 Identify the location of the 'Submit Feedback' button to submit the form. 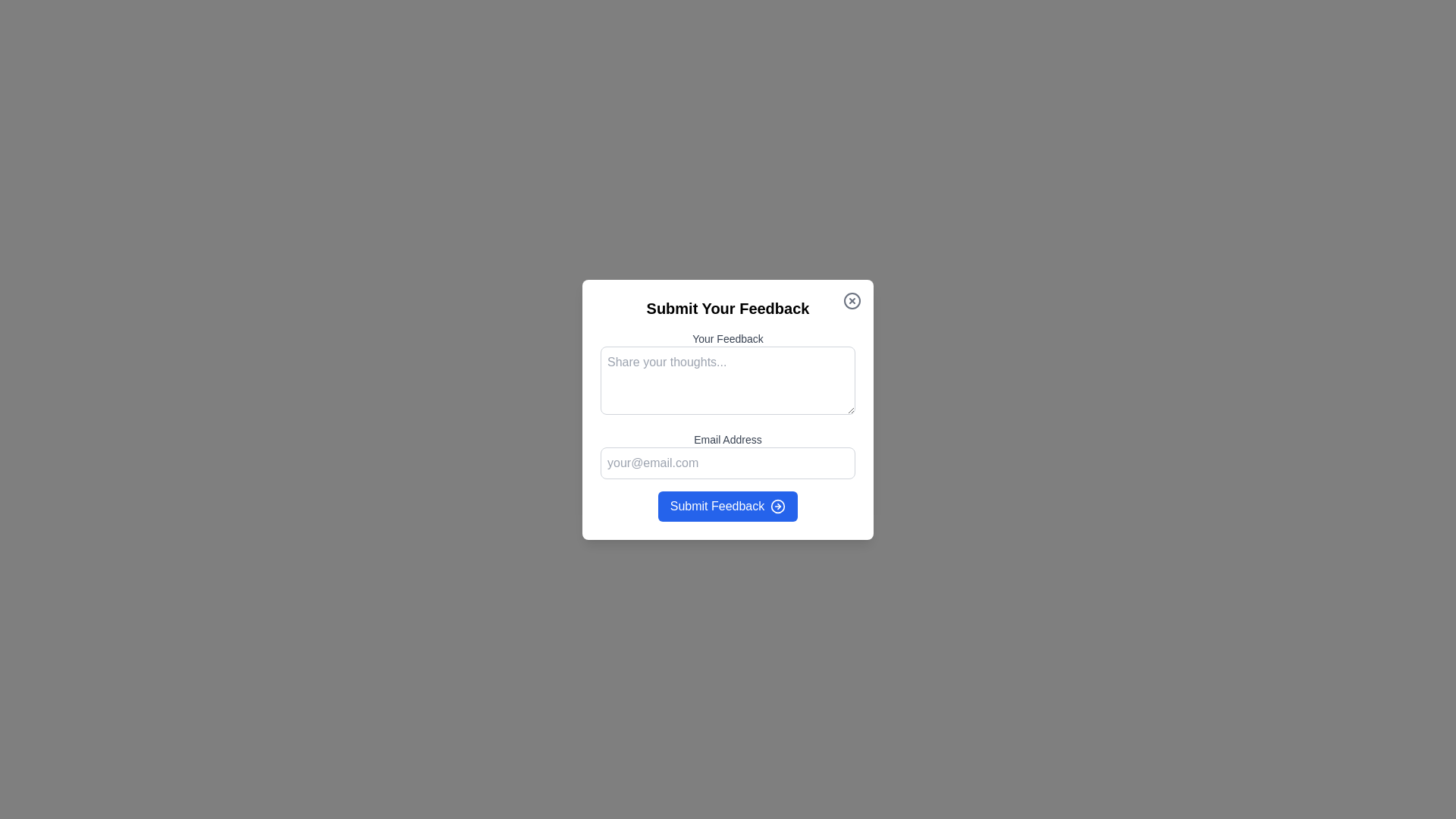
(728, 506).